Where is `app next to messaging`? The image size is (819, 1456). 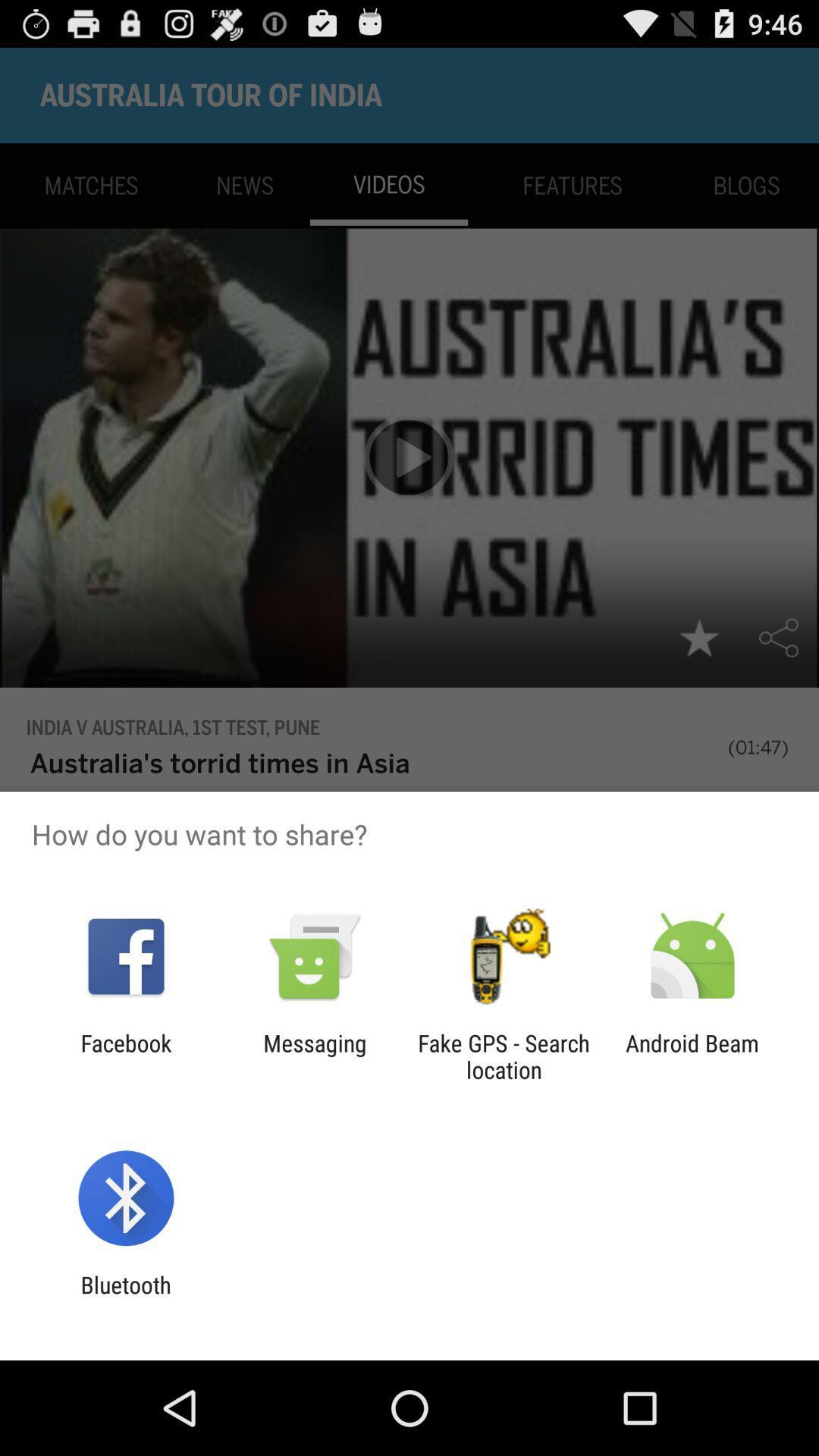 app next to messaging is located at coordinates (504, 1056).